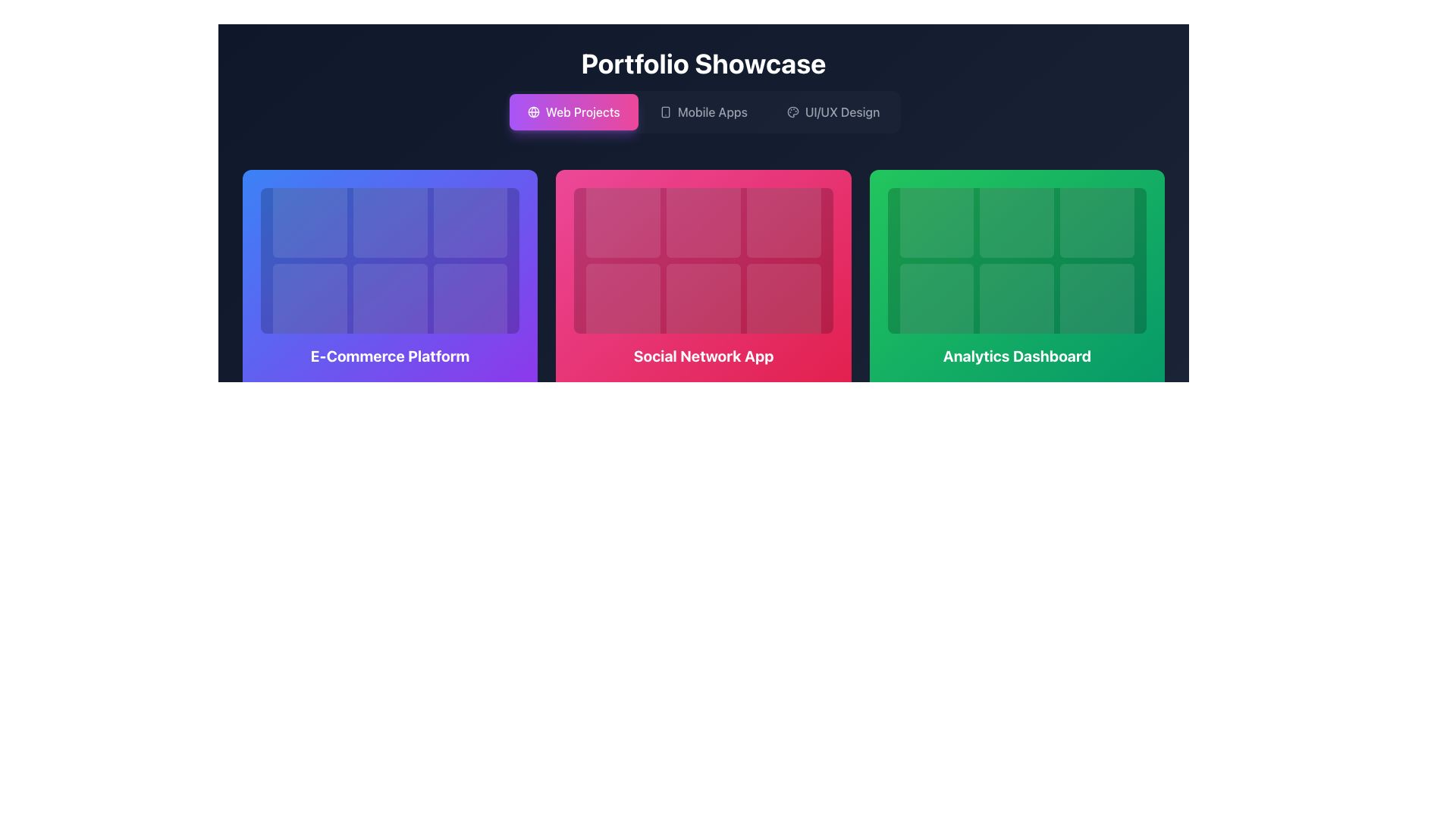 The height and width of the screenshot is (819, 1456). I want to click on the Navigation link labeled 'UI/UX Design' which is the third item, so click(833, 111).